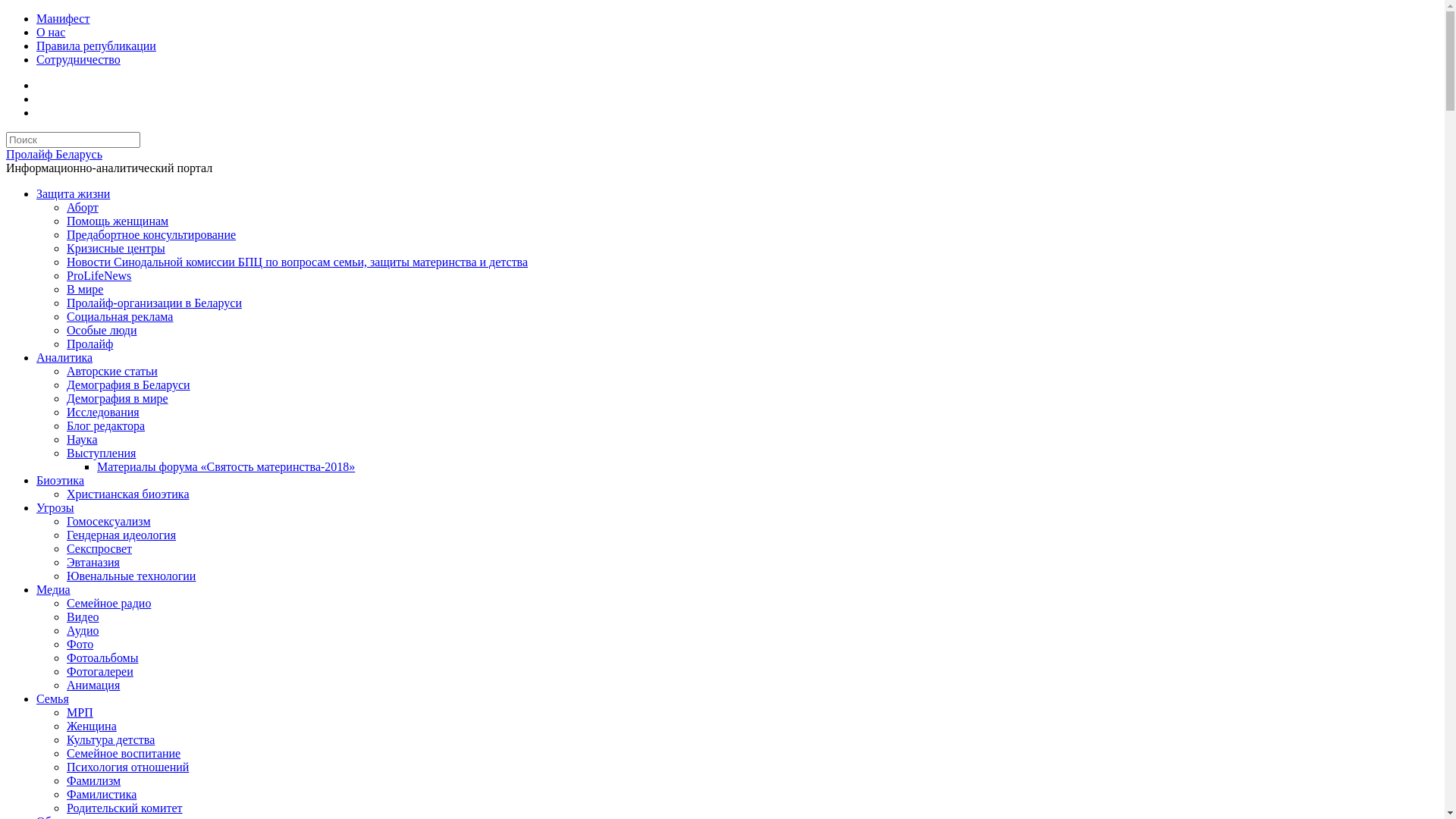 This screenshot has width=1456, height=819. What do you see at coordinates (98, 275) in the screenshot?
I see `'ProLifeNews'` at bounding box center [98, 275].